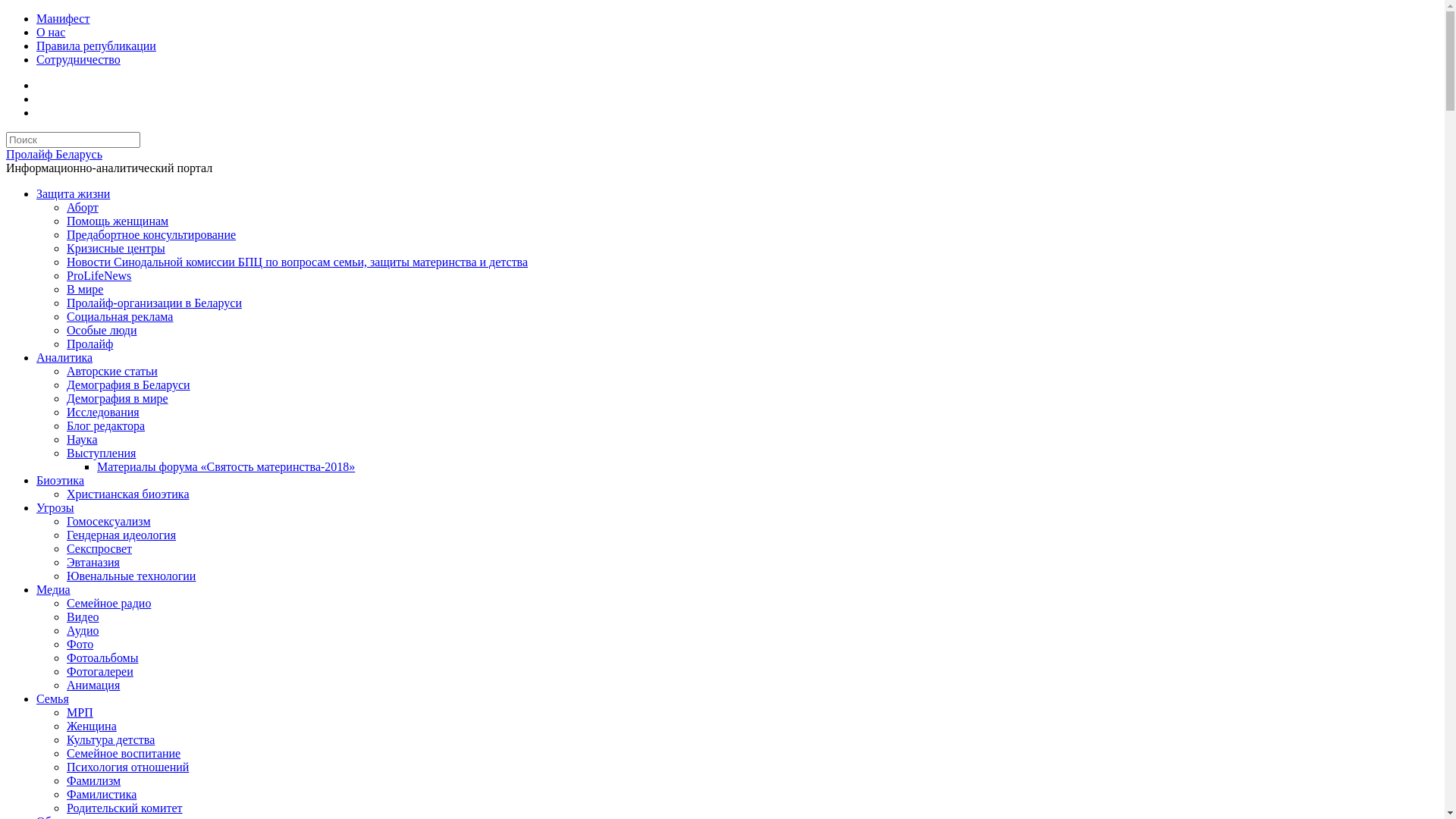 This screenshot has width=1456, height=819. What do you see at coordinates (98, 275) in the screenshot?
I see `'ProLifeNews'` at bounding box center [98, 275].